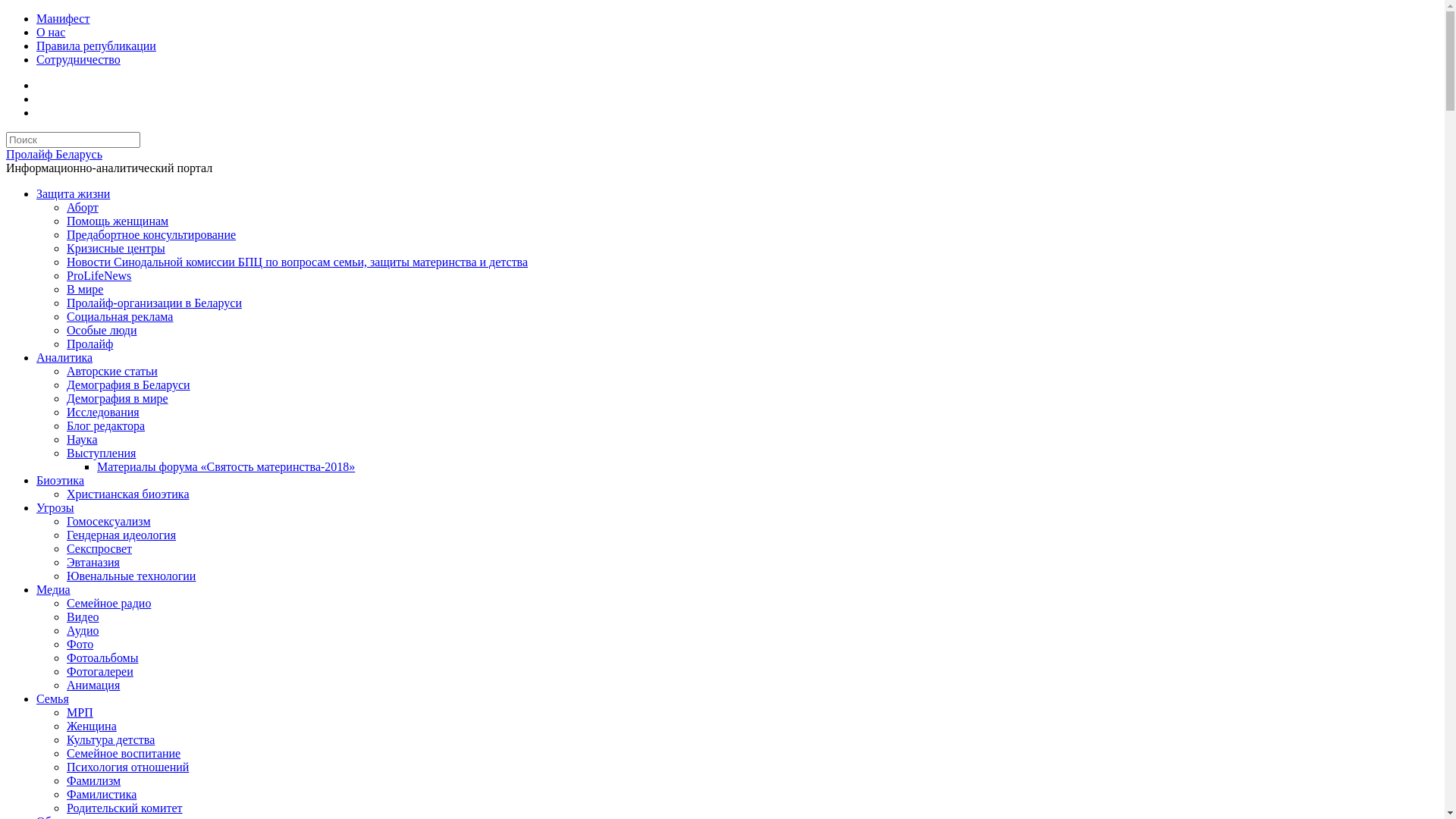 This screenshot has width=1456, height=819. What do you see at coordinates (98, 275) in the screenshot?
I see `'ProLifeNews'` at bounding box center [98, 275].